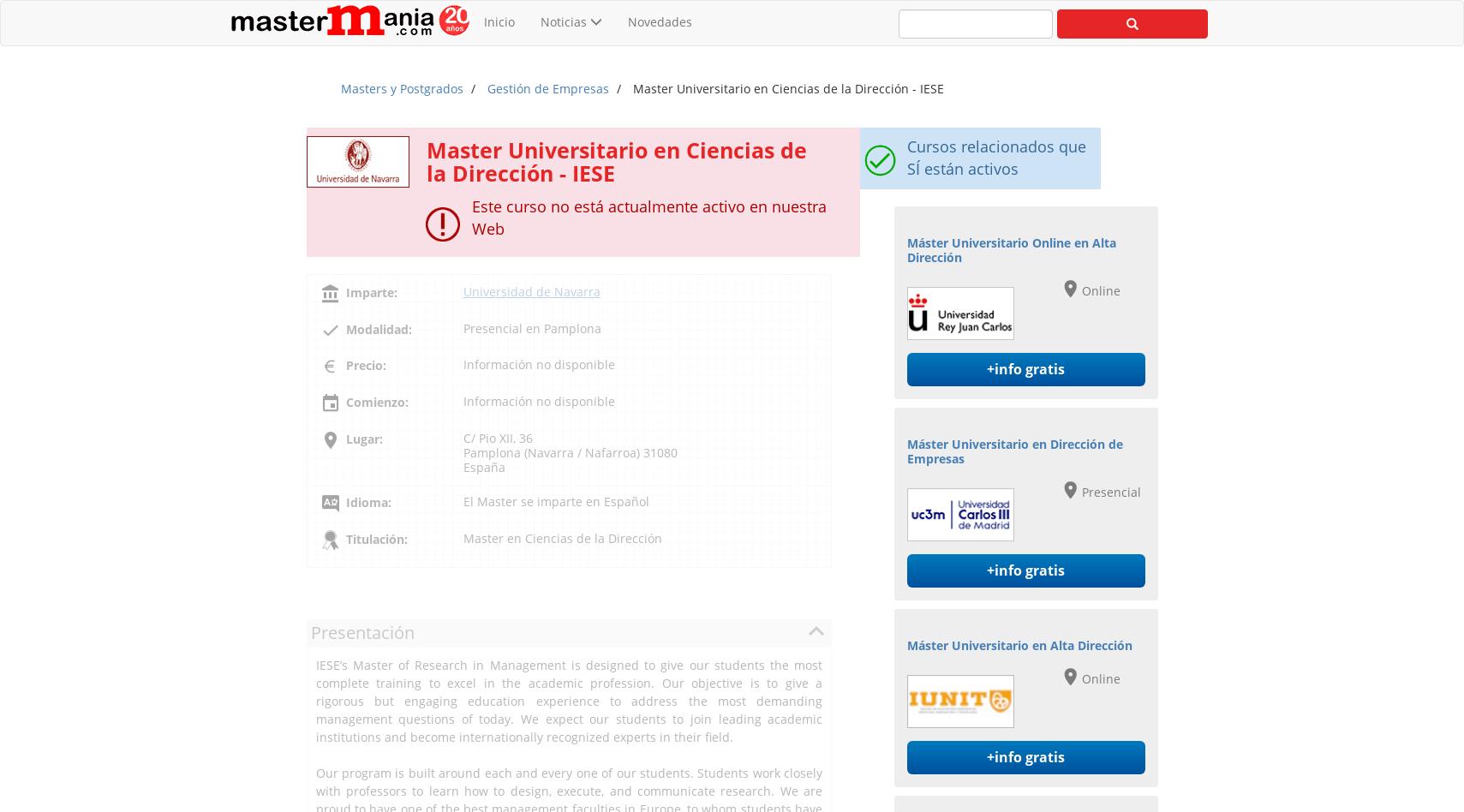 Image resolution: width=1464 pixels, height=812 pixels. What do you see at coordinates (568, 451) in the screenshot?
I see `'Pamplona (Navarra / Nafarroa) 31080'` at bounding box center [568, 451].